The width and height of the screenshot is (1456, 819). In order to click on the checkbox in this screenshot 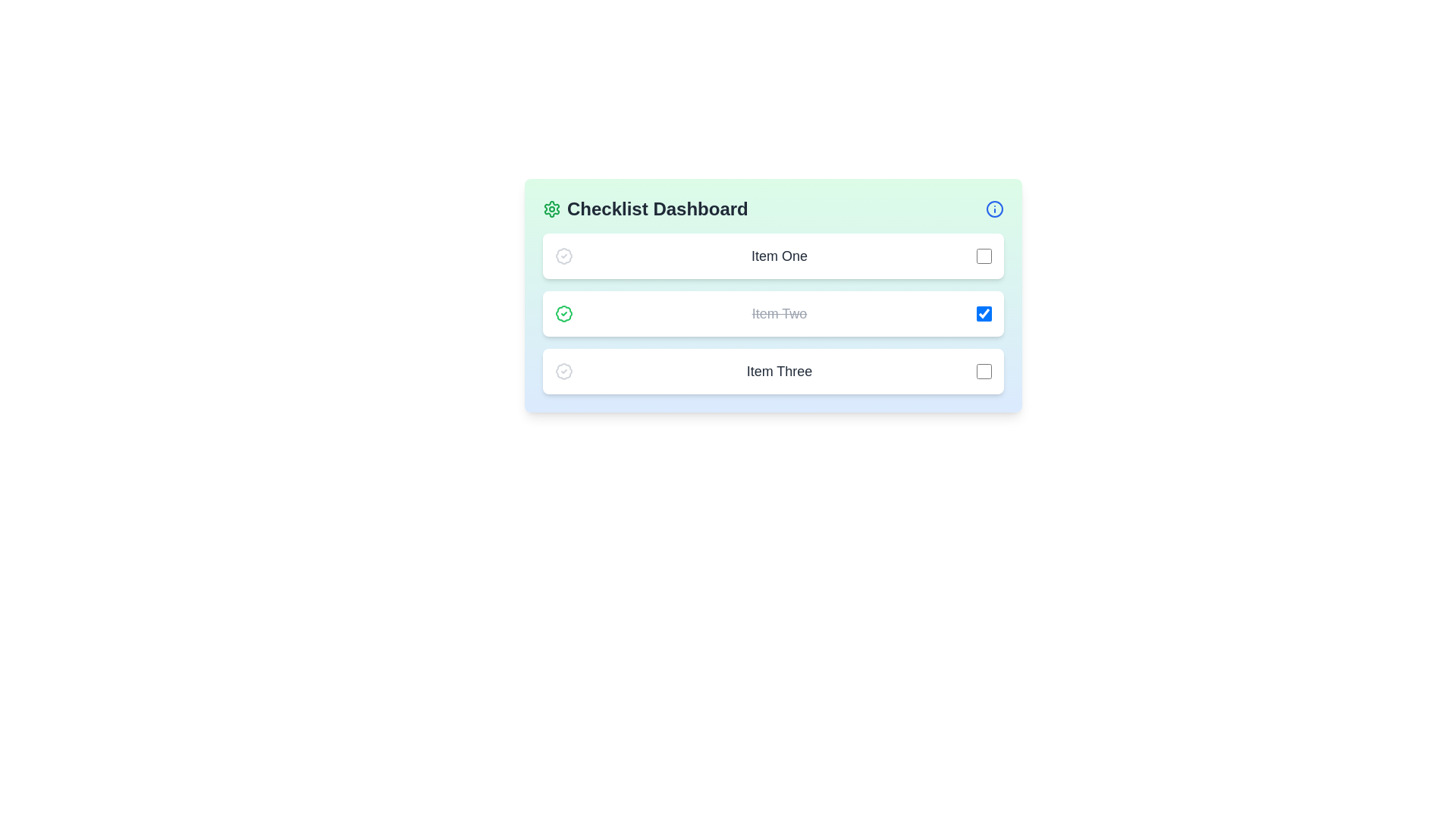, I will do `click(984, 312)`.